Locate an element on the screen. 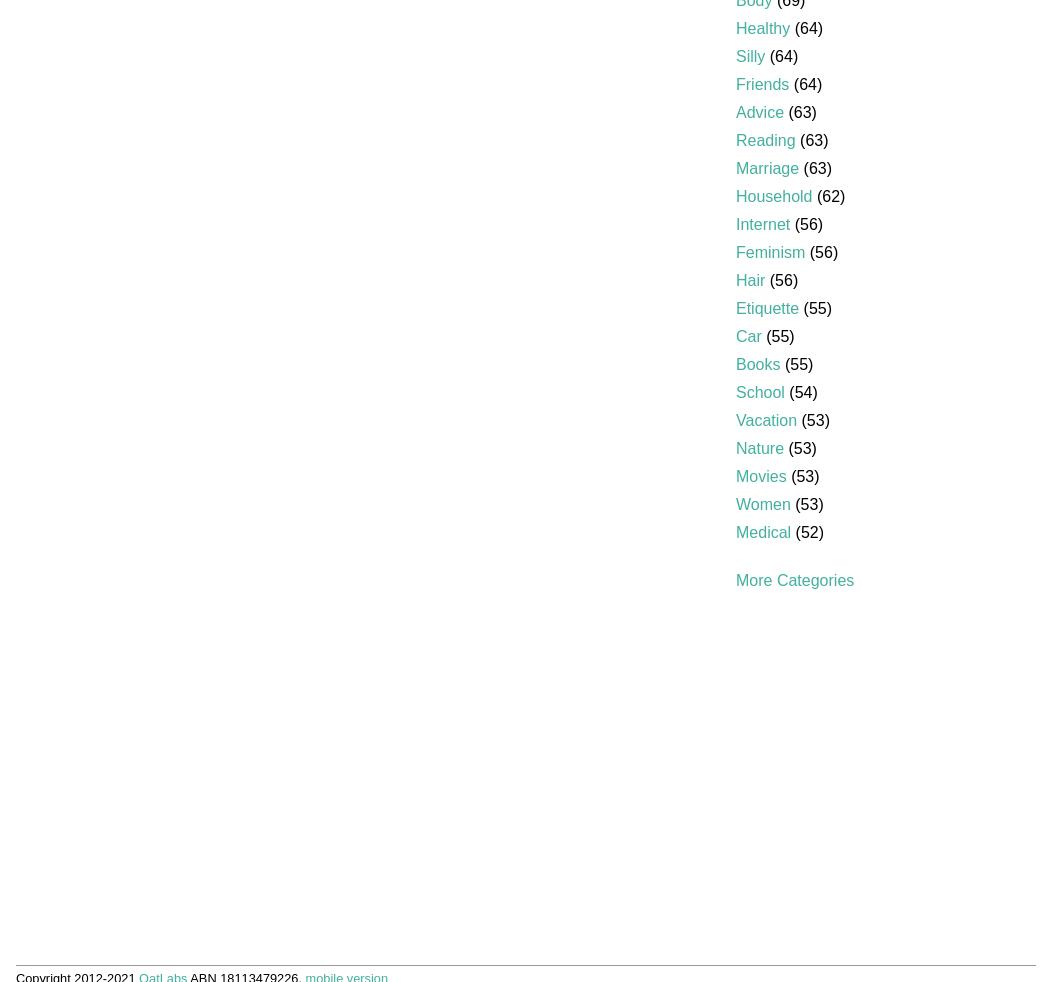 This screenshot has height=982, width=1050. 'Medical' is located at coordinates (735, 531).